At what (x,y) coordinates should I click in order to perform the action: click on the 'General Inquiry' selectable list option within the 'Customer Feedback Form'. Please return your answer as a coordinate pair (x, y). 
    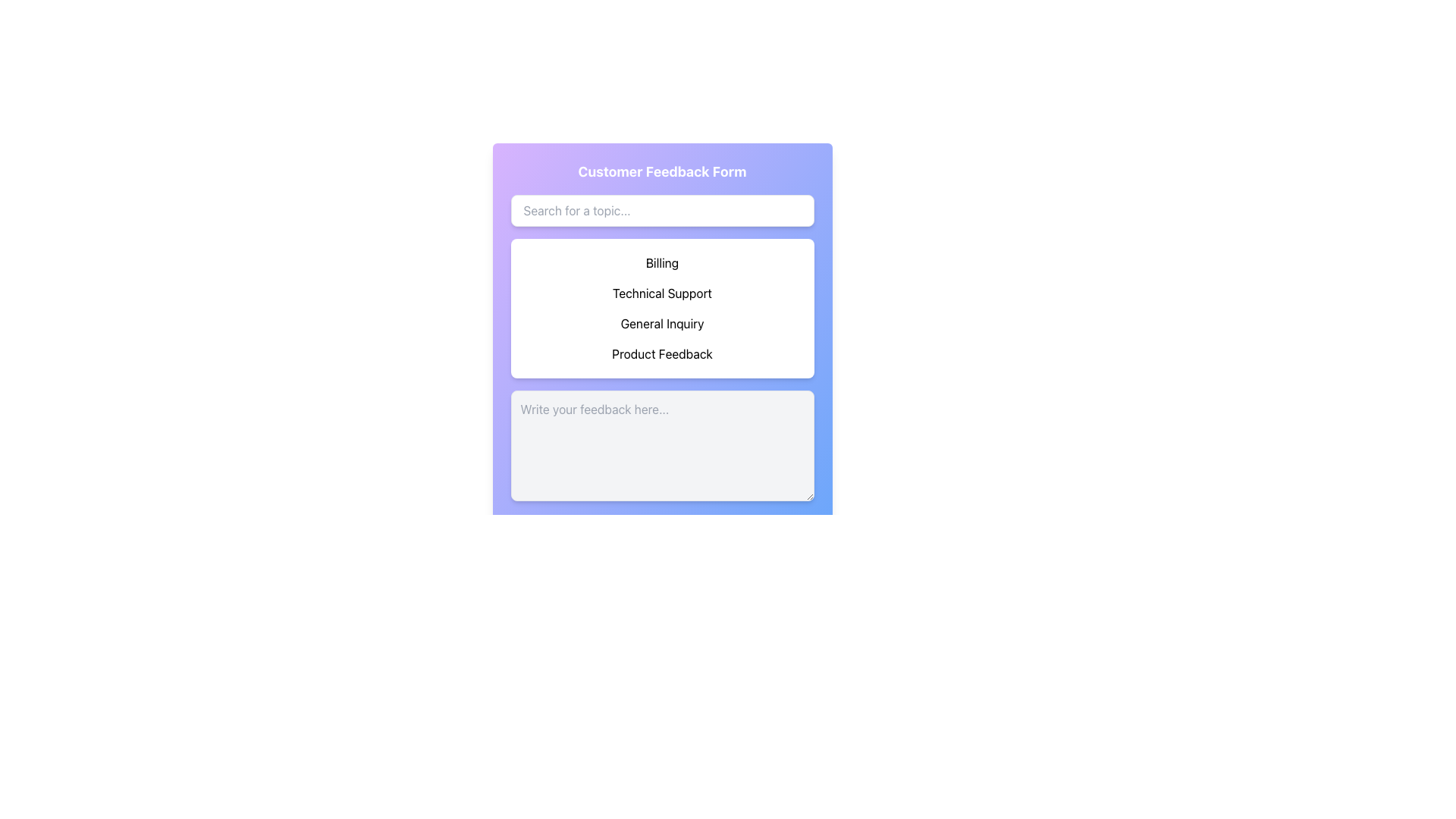
    Looking at the image, I should click on (662, 323).